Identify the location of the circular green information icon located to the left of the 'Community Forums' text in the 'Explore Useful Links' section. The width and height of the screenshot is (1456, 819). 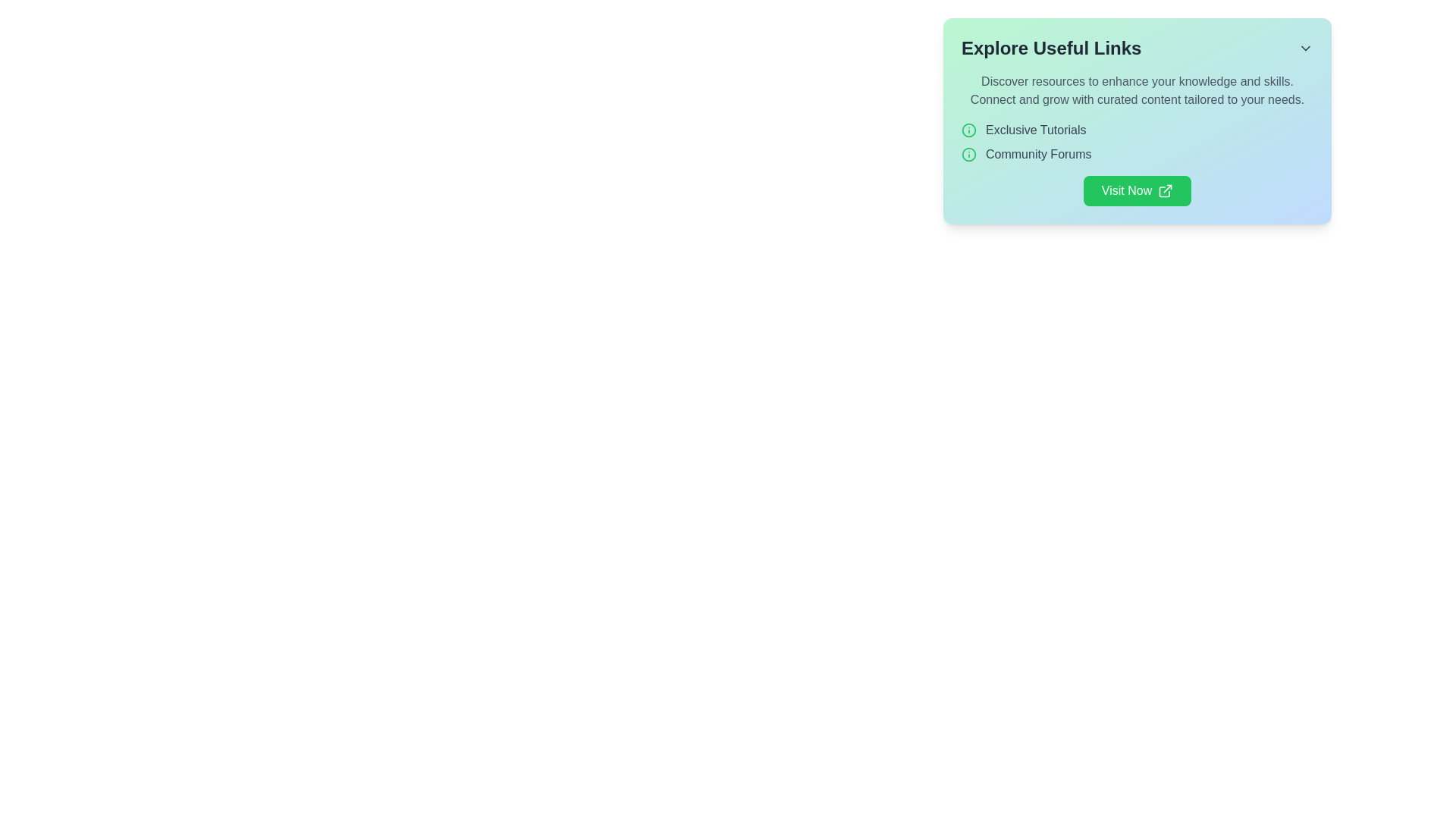
(968, 155).